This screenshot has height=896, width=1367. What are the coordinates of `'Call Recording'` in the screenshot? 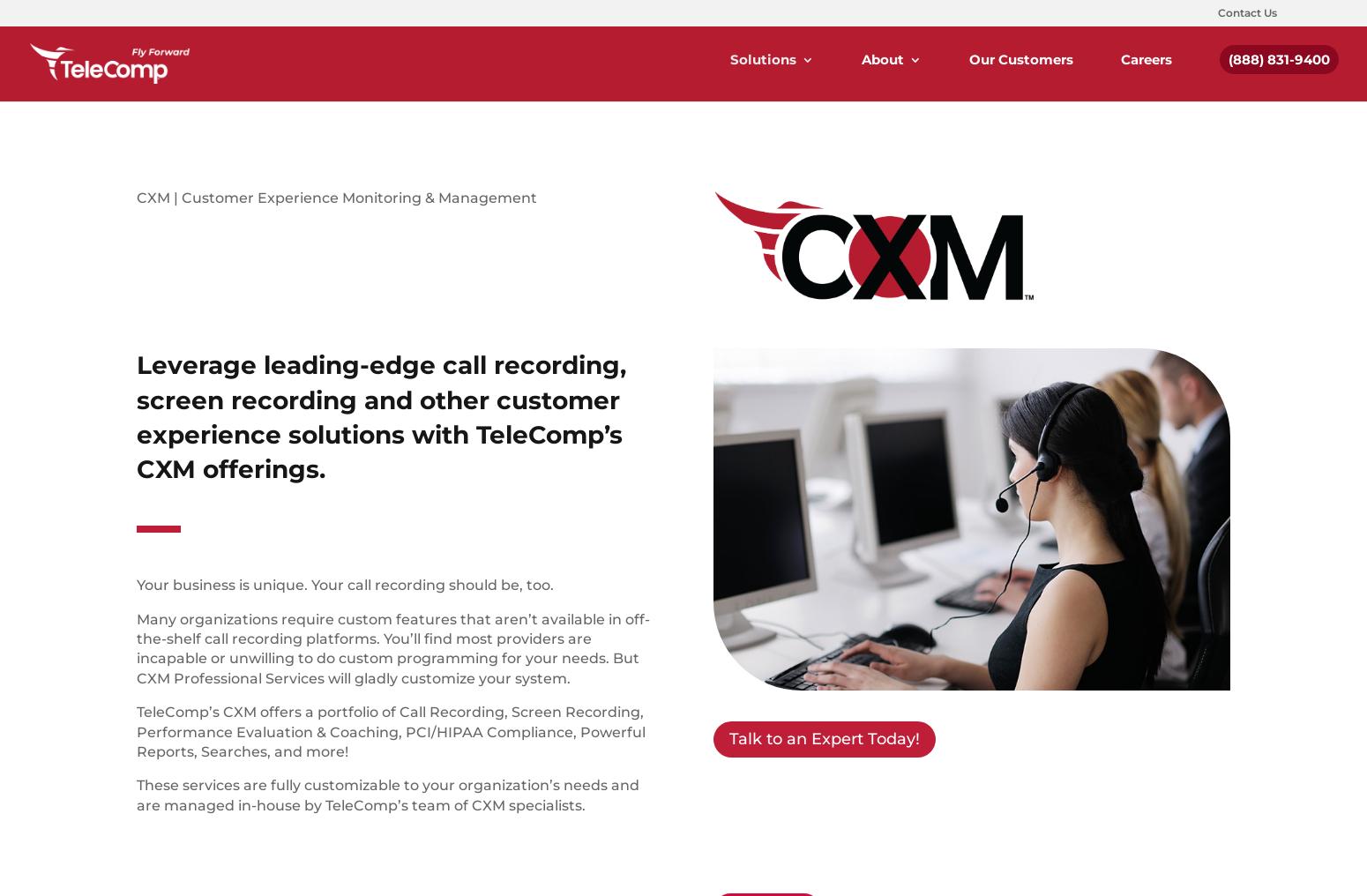 It's located at (1020, 217).